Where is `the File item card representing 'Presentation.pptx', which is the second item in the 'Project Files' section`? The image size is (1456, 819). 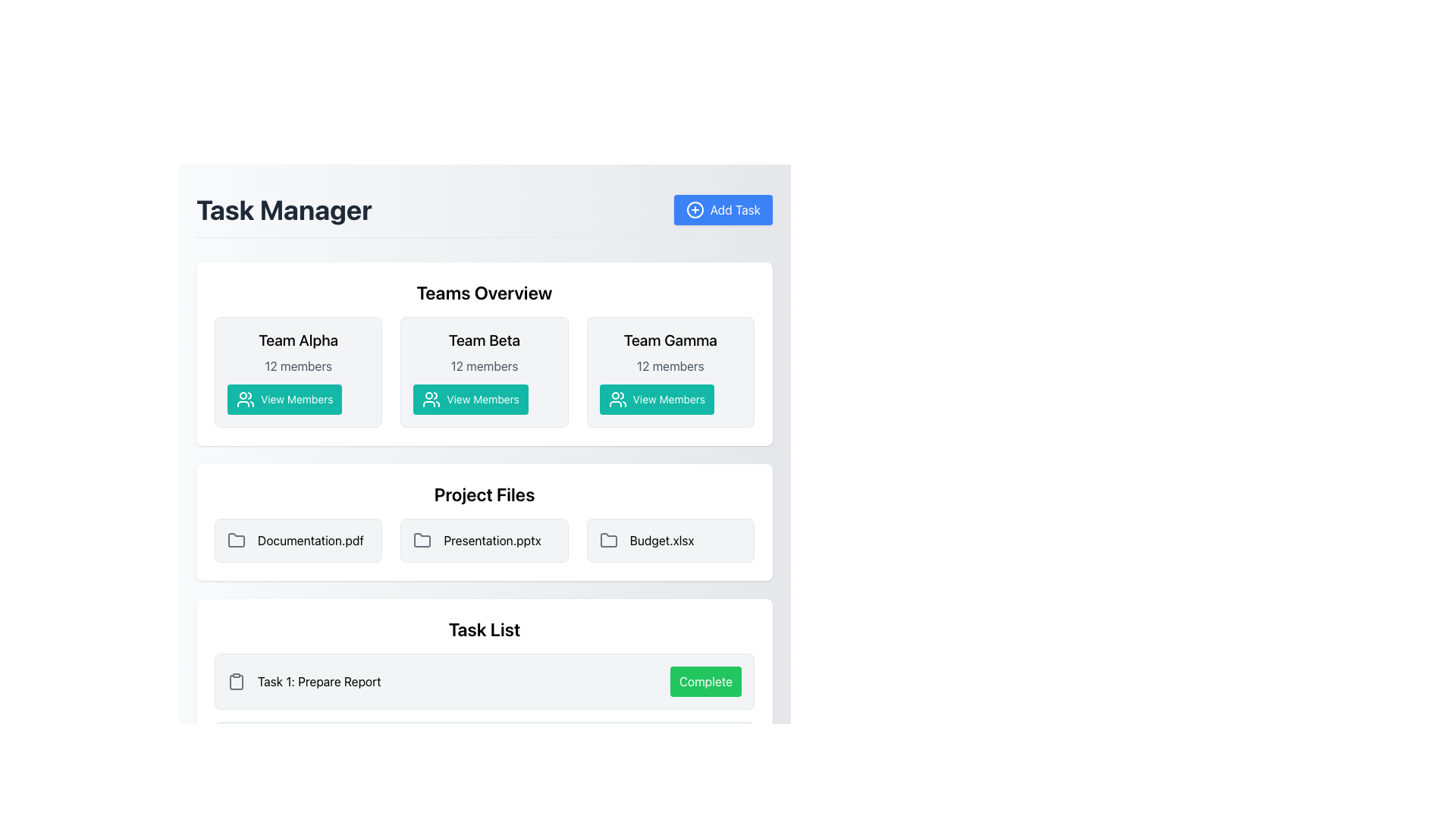
the File item card representing 'Presentation.pptx', which is the second item in the 'Project Files' section is located at coordinates (483, 540).